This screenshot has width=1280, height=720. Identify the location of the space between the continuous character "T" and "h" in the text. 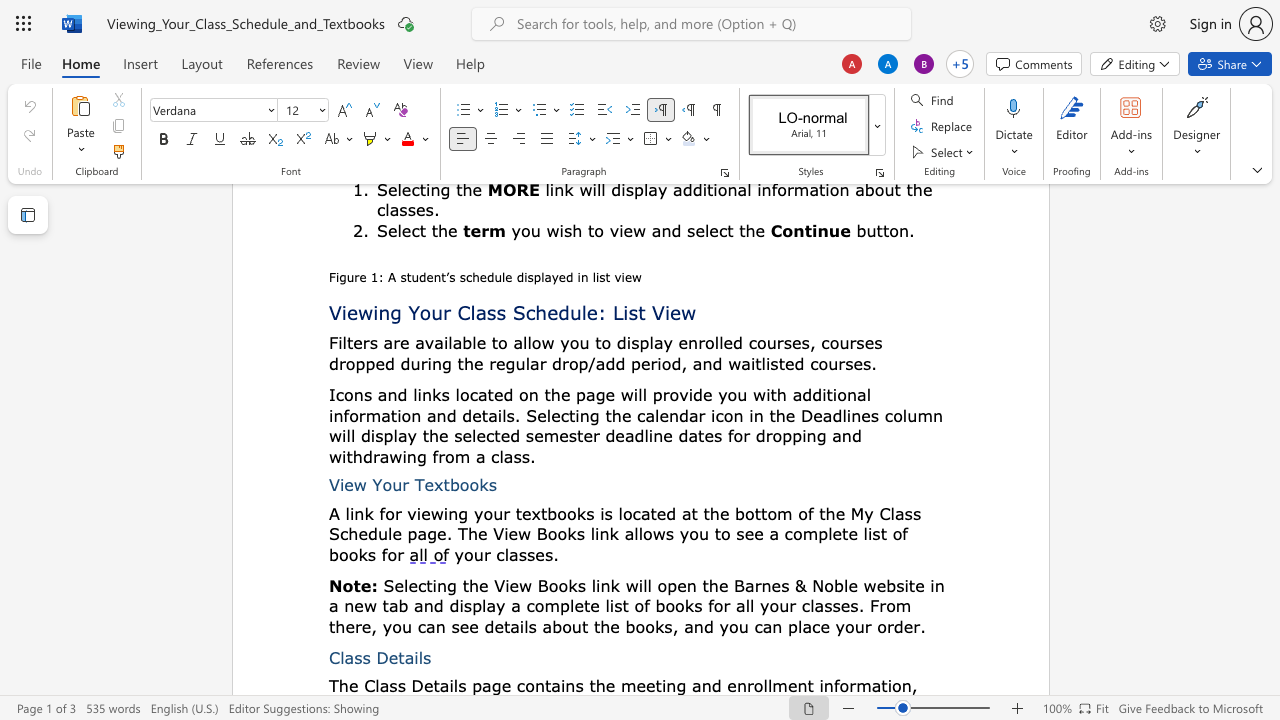
(338, 684).